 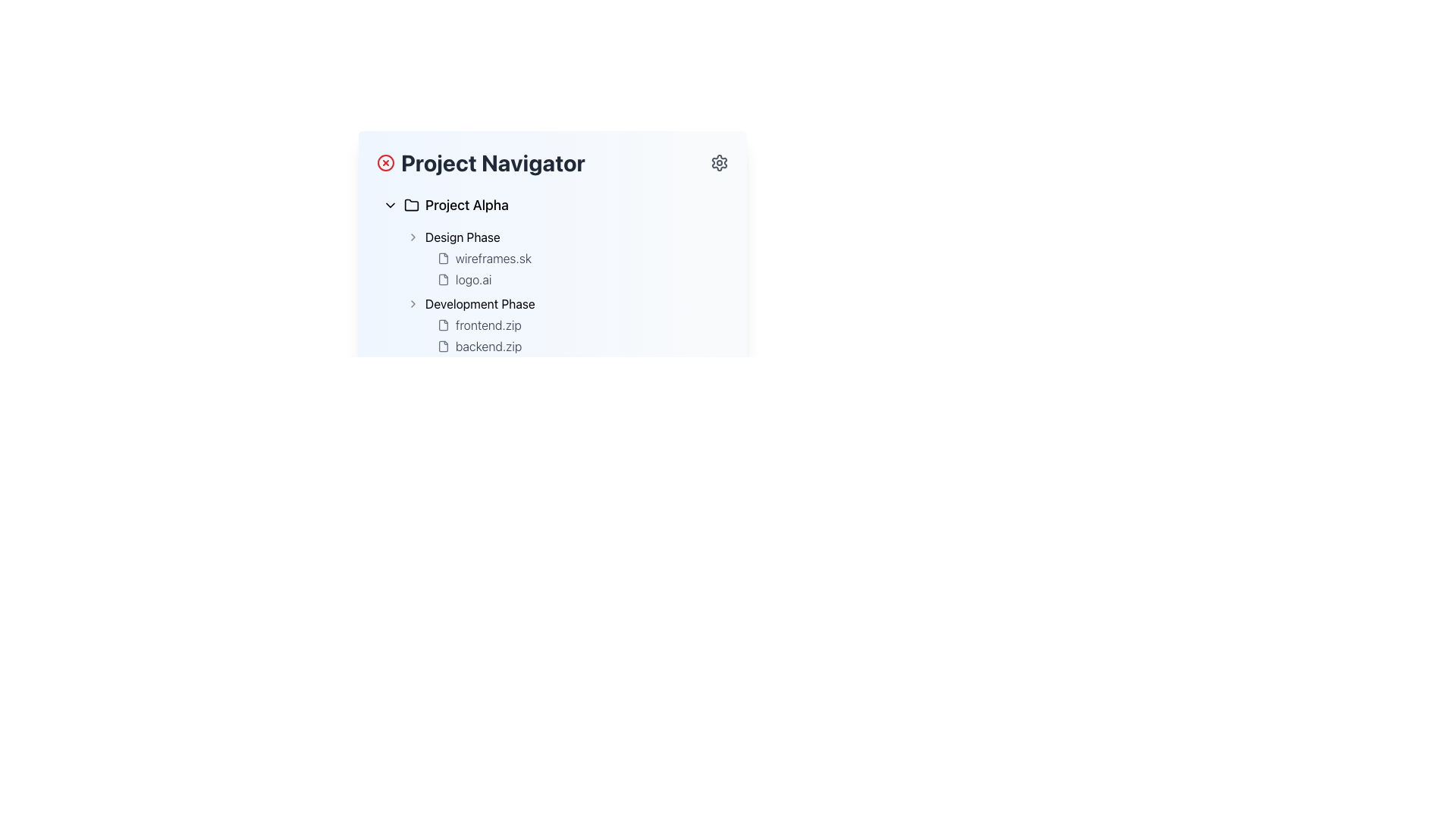 I want to click on the ZIP file icon indicating 'frontend.zip' located under the 'Development Phase' section of the 'Project Alpha' category in the 'Project Navigator' interface, so click(x=443, y=324).